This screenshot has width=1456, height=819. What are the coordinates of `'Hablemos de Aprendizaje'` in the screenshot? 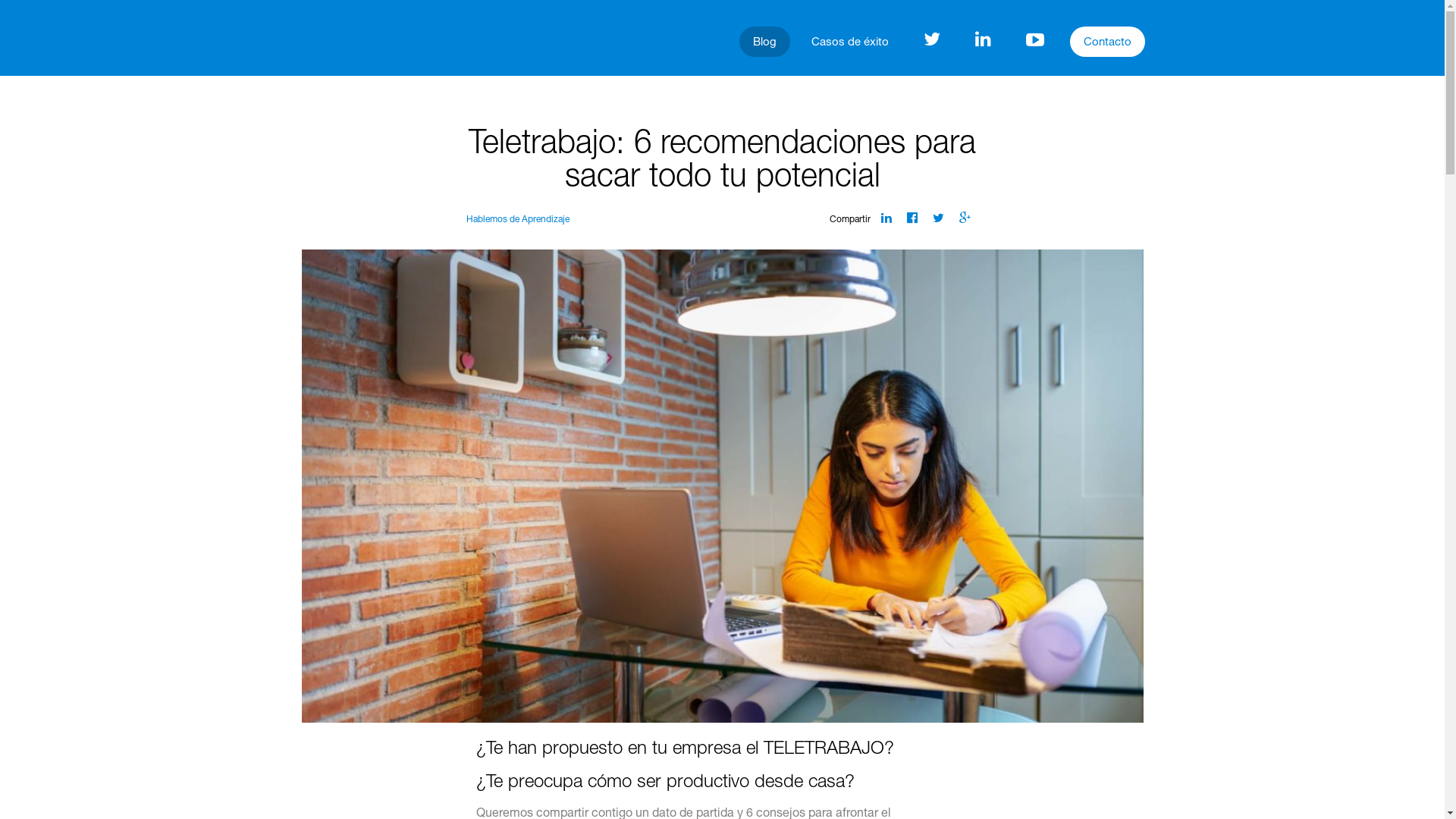 It's located at (465, 219).